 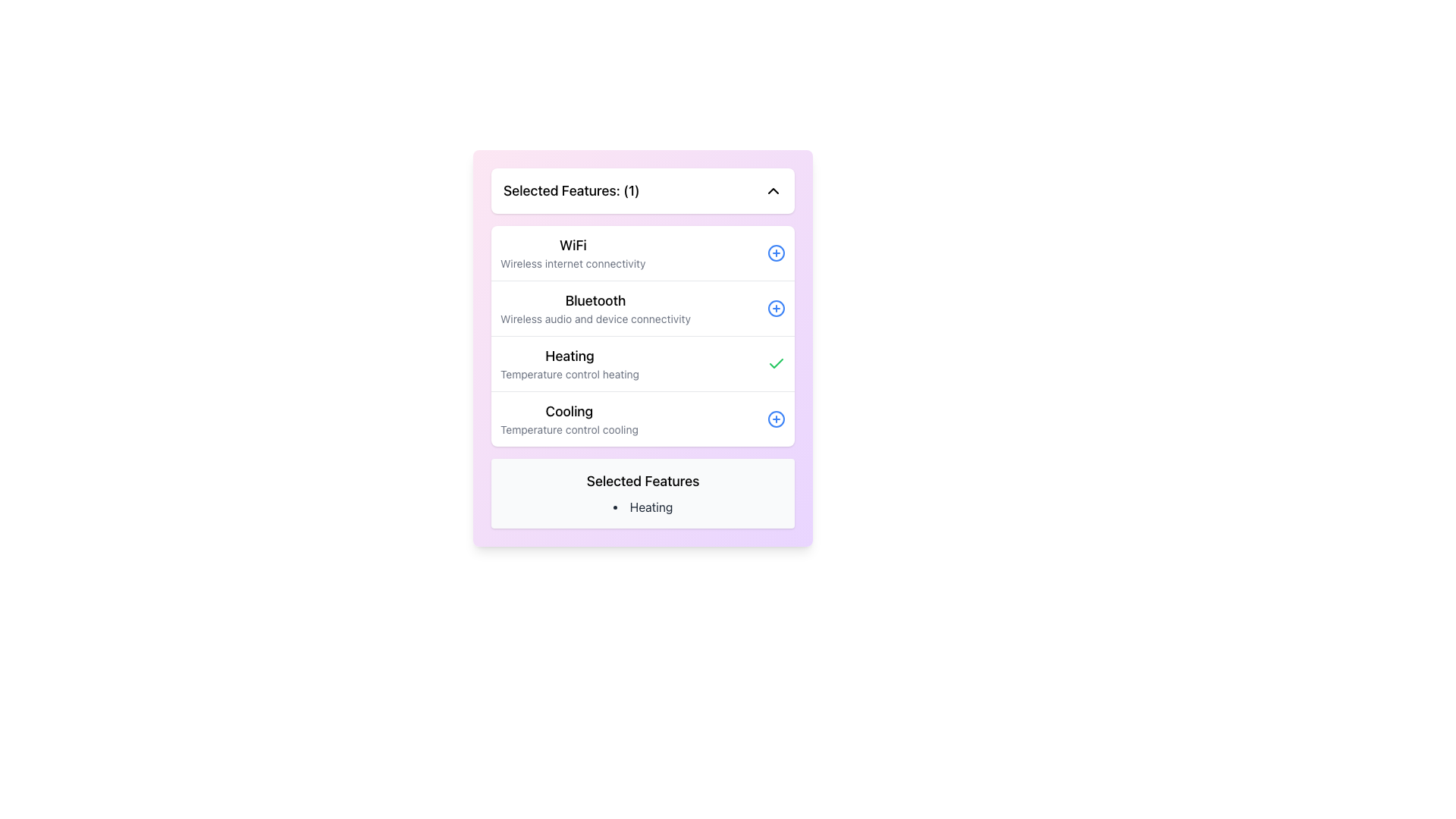 I want to click on the upward-pointing chevron icon located at the far-right end of the 'Selected Features: (1)' section, so click(x=773, y=190).